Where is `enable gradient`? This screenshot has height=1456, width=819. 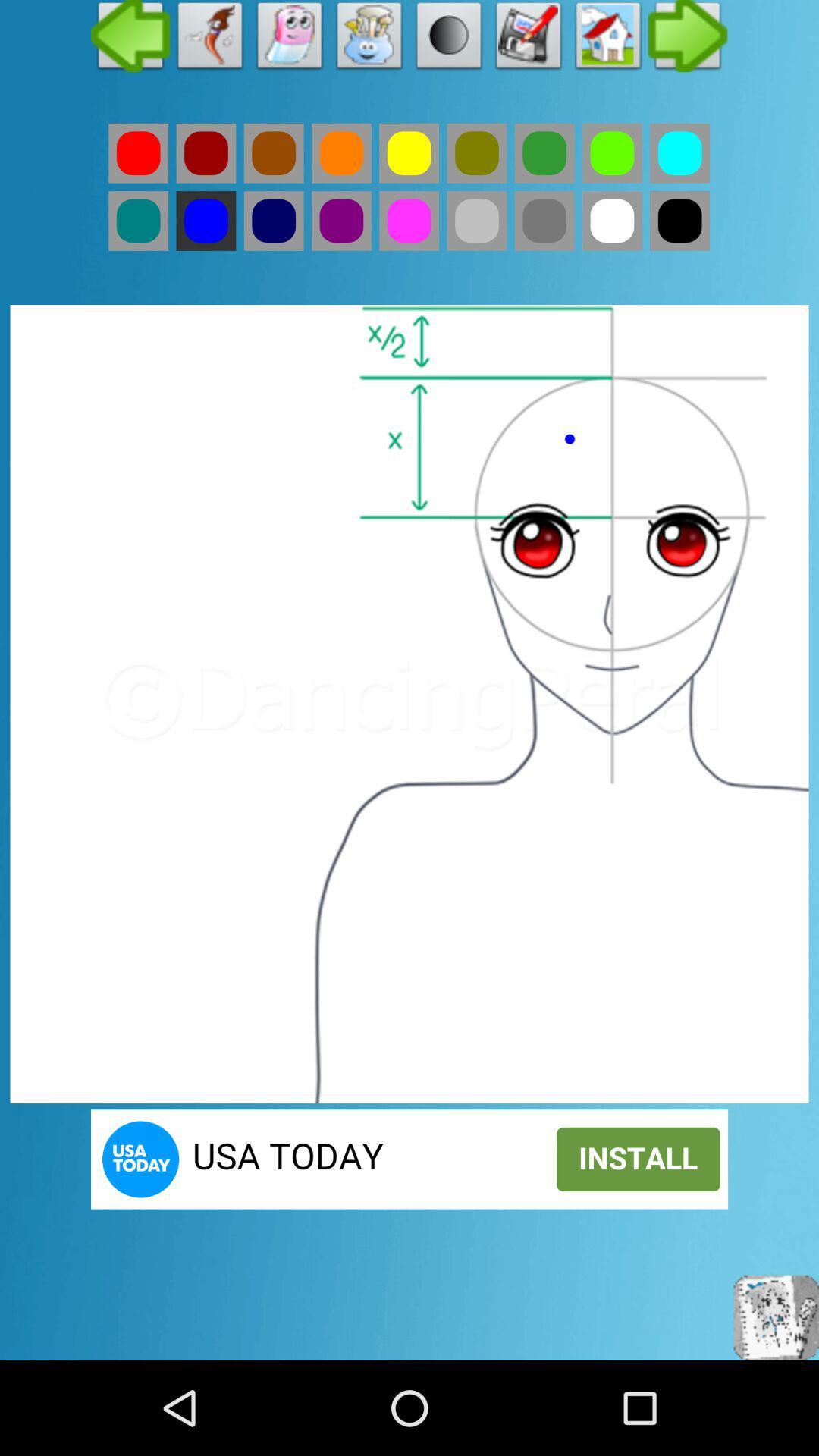
enable gradient is located at coordinates (448, 39).